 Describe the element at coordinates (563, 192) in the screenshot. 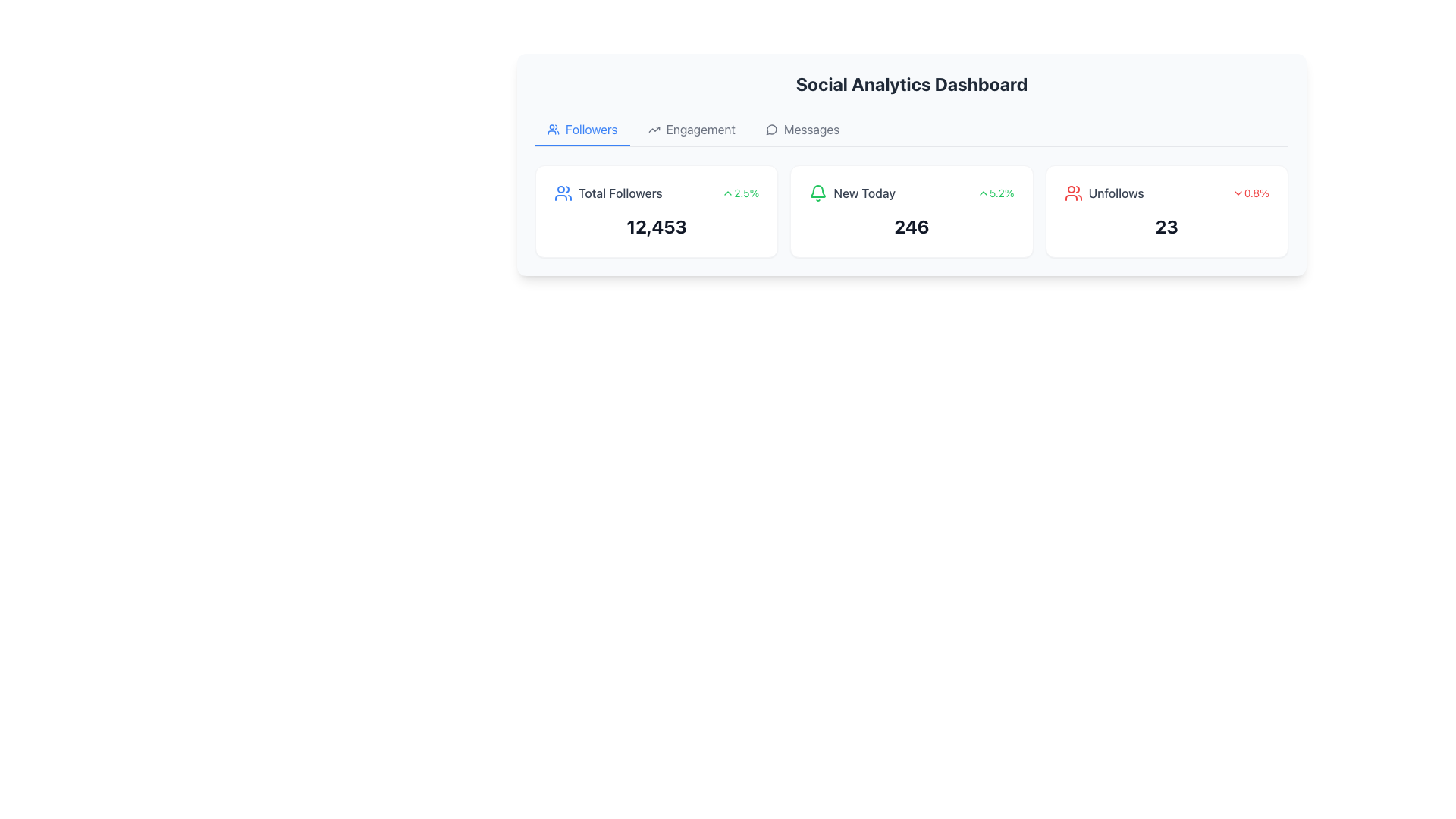

I see `the blue icon representing two user figures, which is located to the left of the 'Total Followers' text in the first card on the dashboard` at that location.